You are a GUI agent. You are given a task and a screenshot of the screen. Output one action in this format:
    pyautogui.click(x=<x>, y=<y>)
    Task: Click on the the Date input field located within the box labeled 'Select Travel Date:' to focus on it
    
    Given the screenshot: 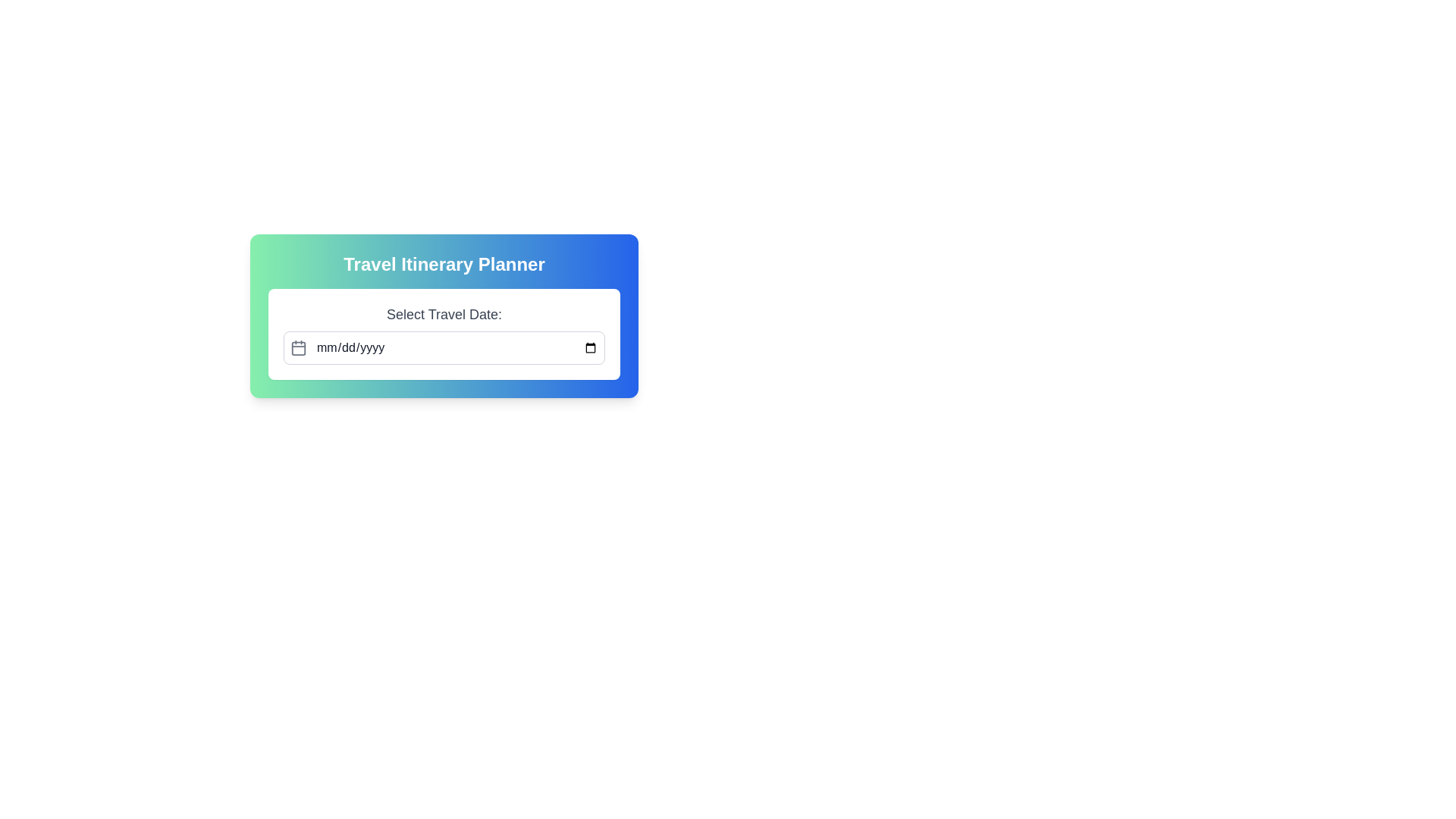 What is the action you would take?
    pyautogui.click(x=443, y=348)
    